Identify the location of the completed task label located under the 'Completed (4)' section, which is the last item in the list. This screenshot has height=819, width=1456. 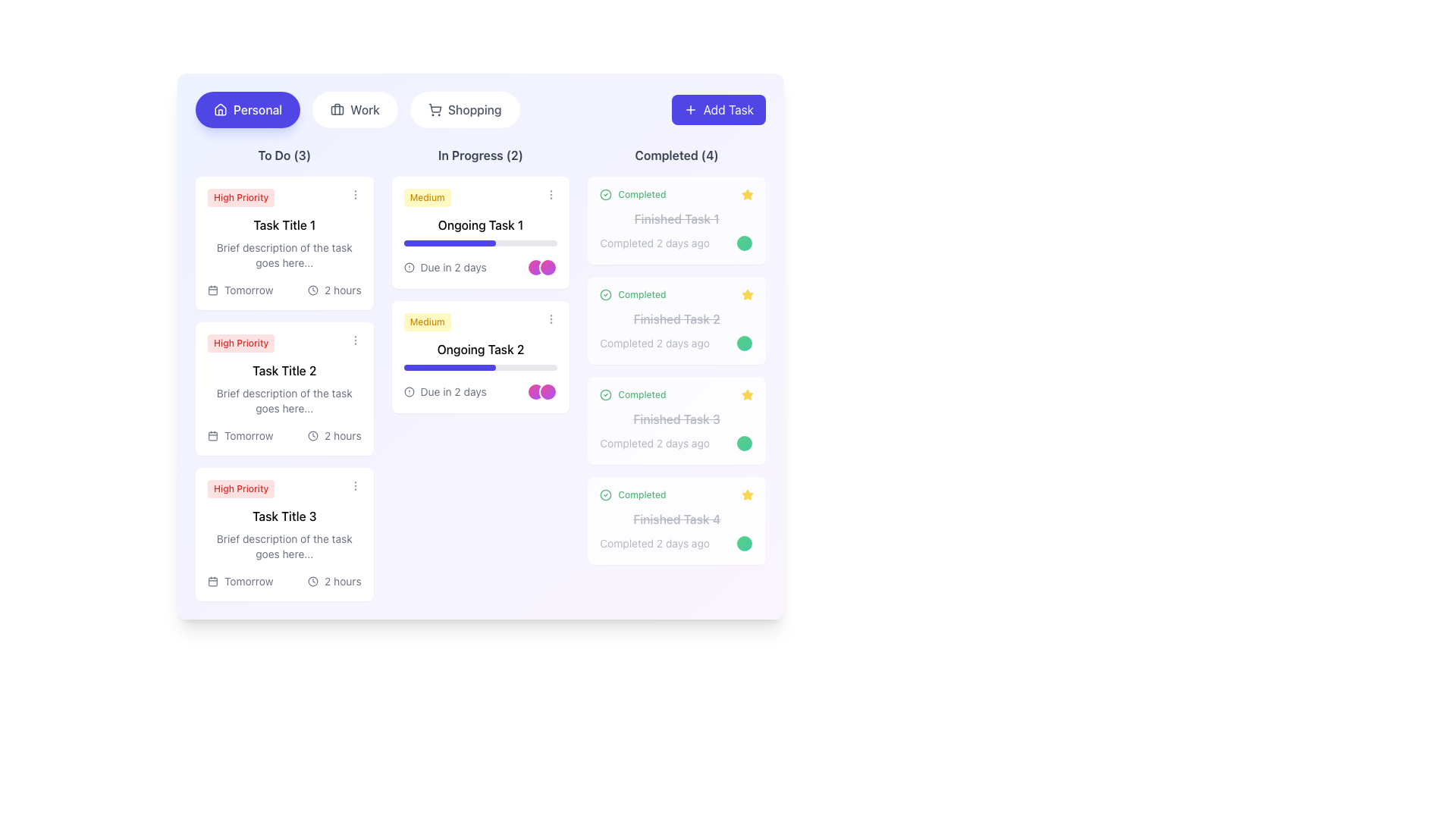
(676, 519).